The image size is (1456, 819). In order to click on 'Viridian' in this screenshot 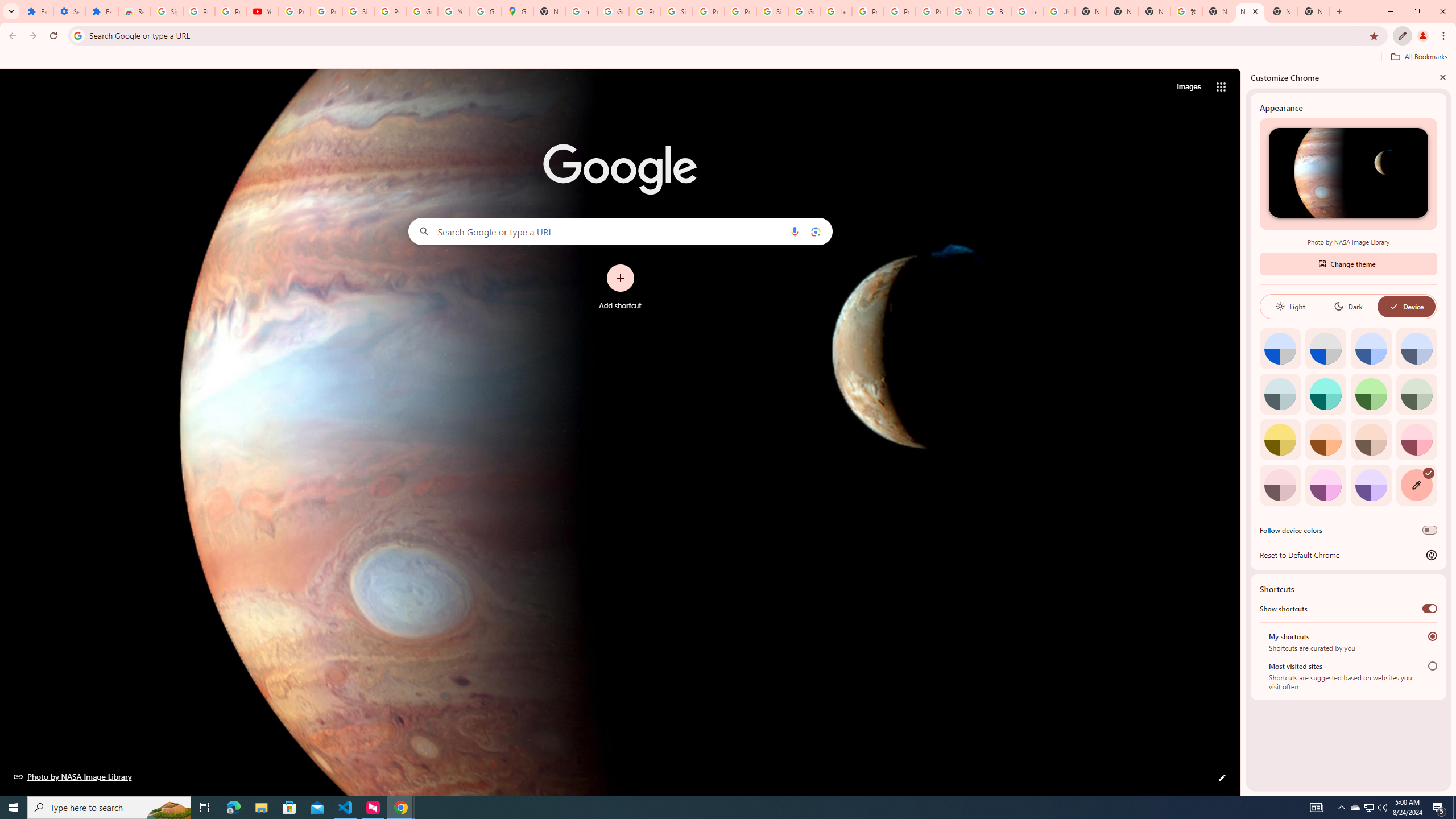, I will do `click(1416, 394)`.